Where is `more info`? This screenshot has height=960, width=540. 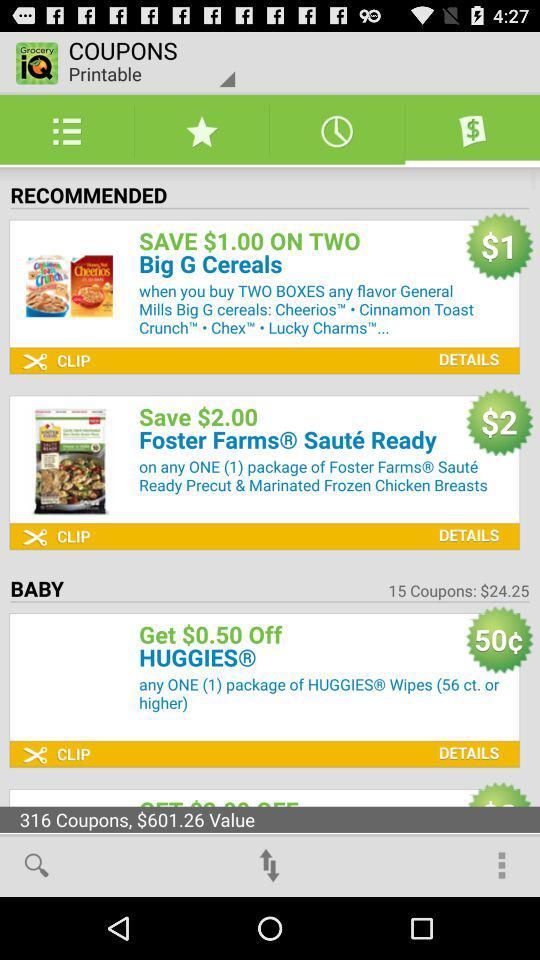 more info is located at coordinates (464, 344).